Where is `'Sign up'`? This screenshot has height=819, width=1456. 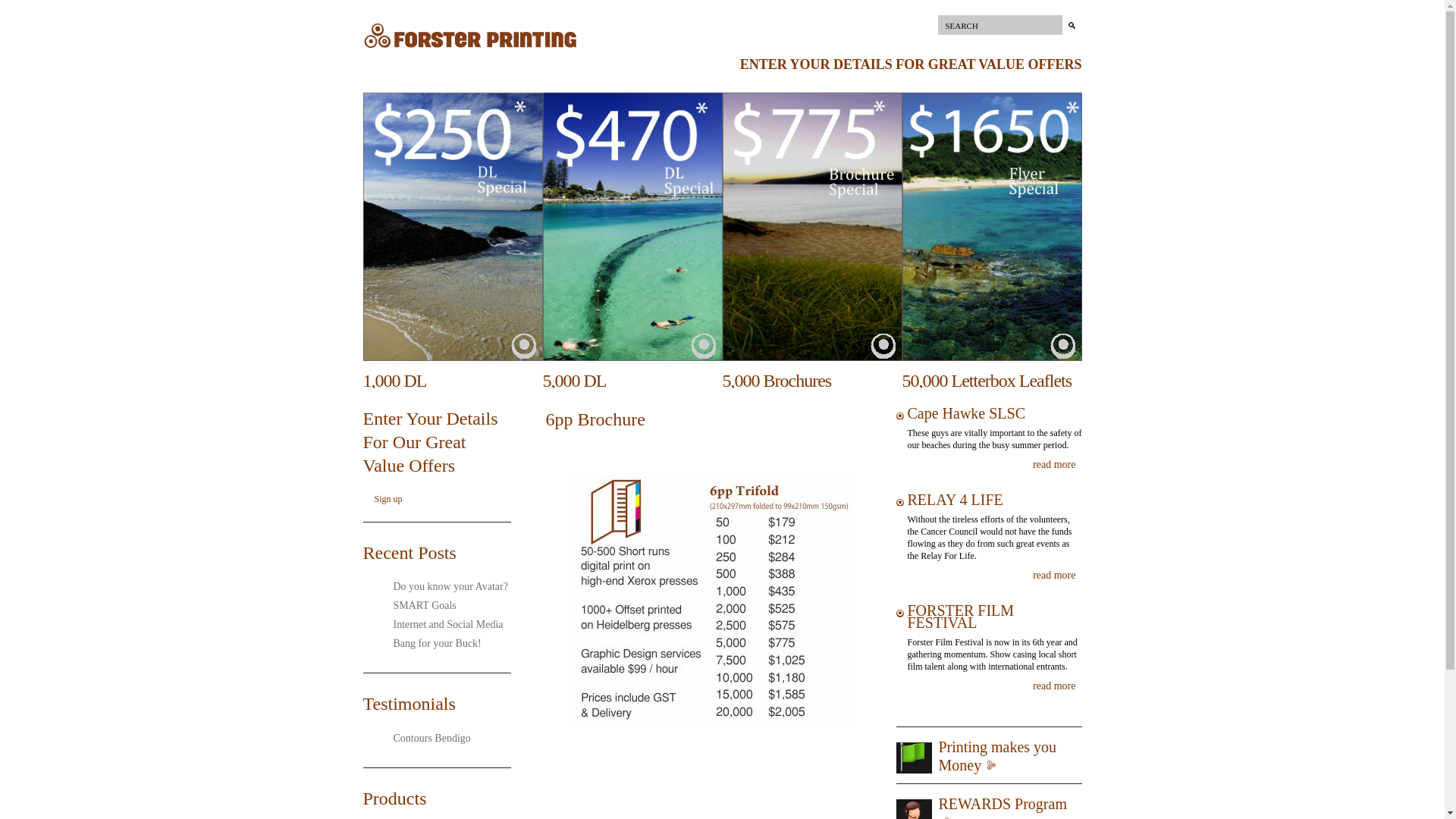 'Sign up' is located at coordinates (388, 499).